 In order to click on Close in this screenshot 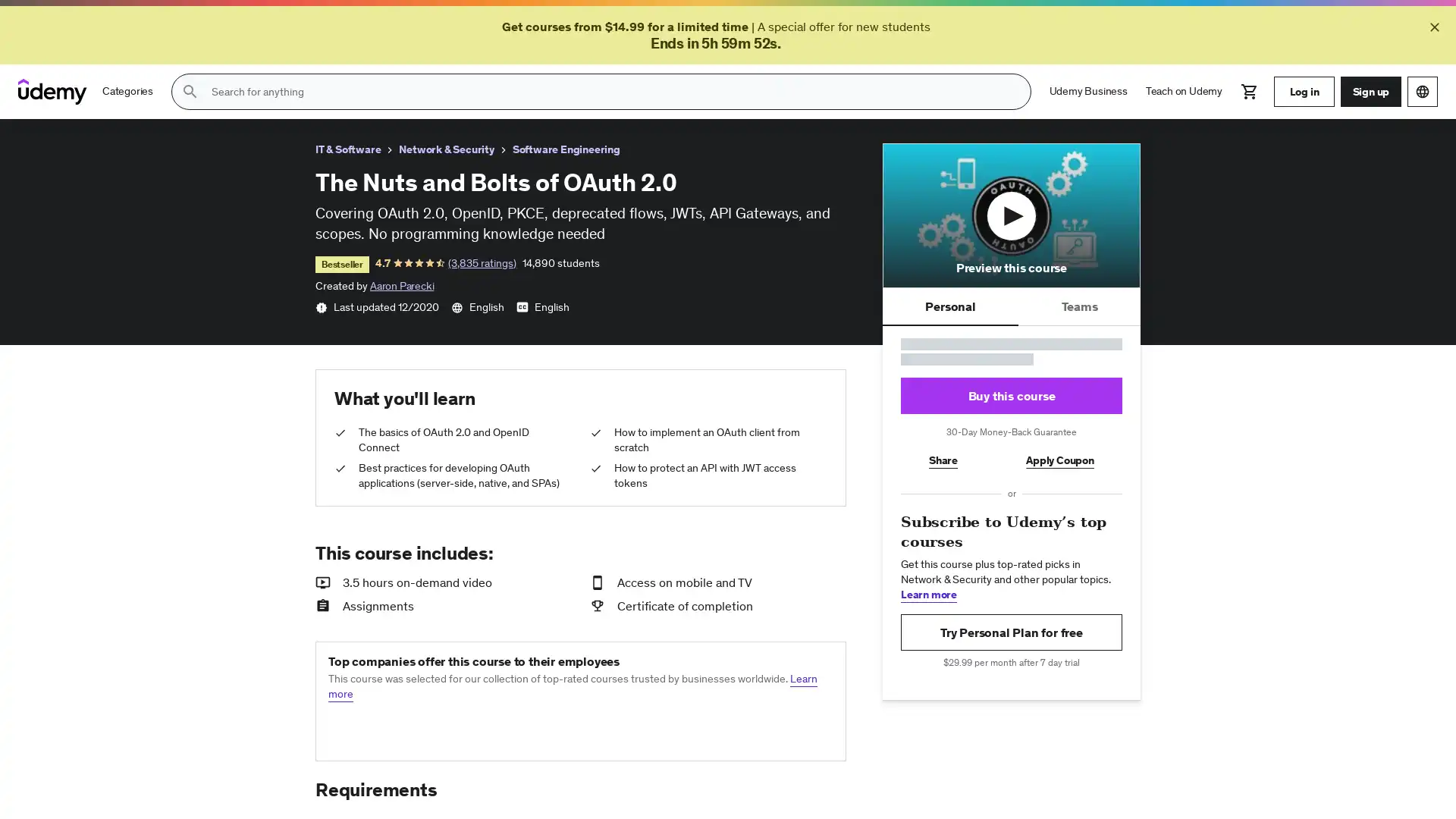, I will do `click(1433, 27)`.